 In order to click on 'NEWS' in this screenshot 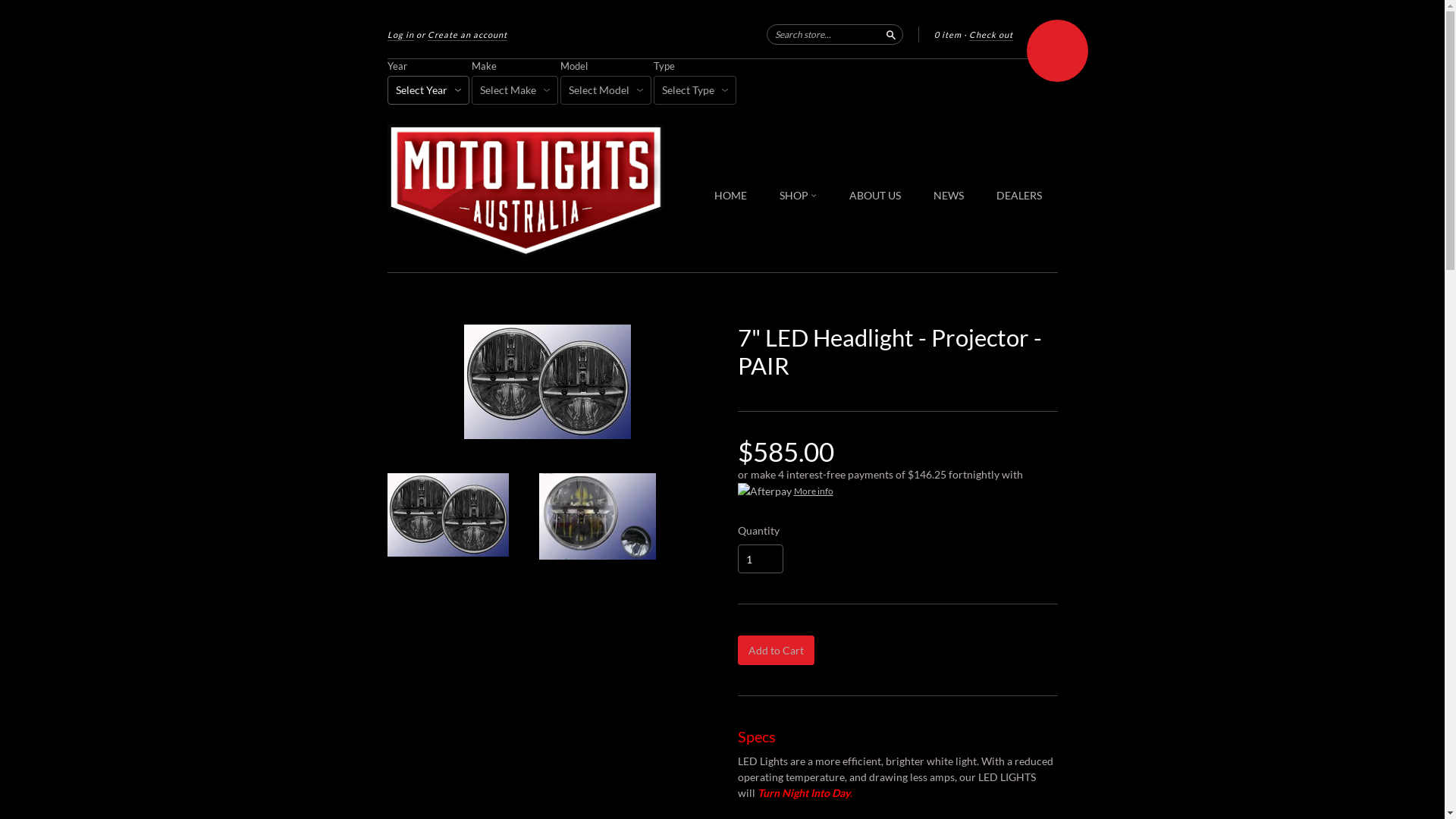, I will do `click(932, 194)`.